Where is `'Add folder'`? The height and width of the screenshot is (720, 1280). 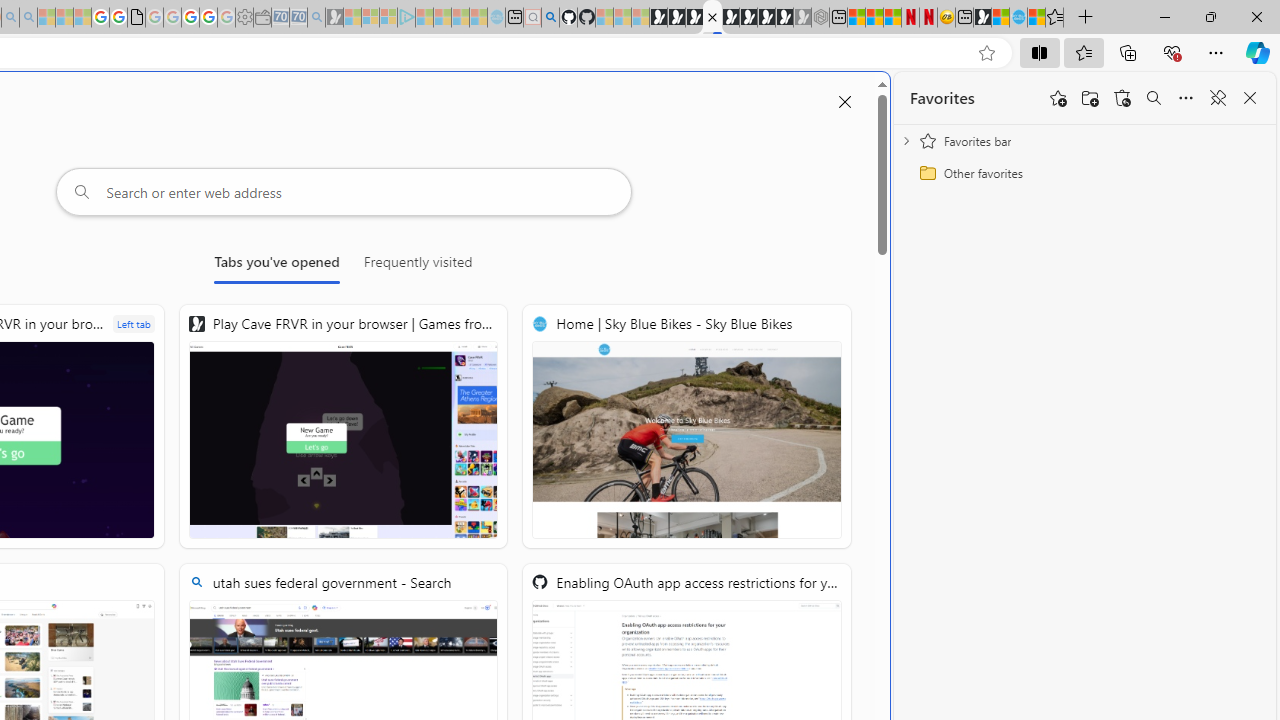 'Add folder' is located at coordinates (1088, 98).